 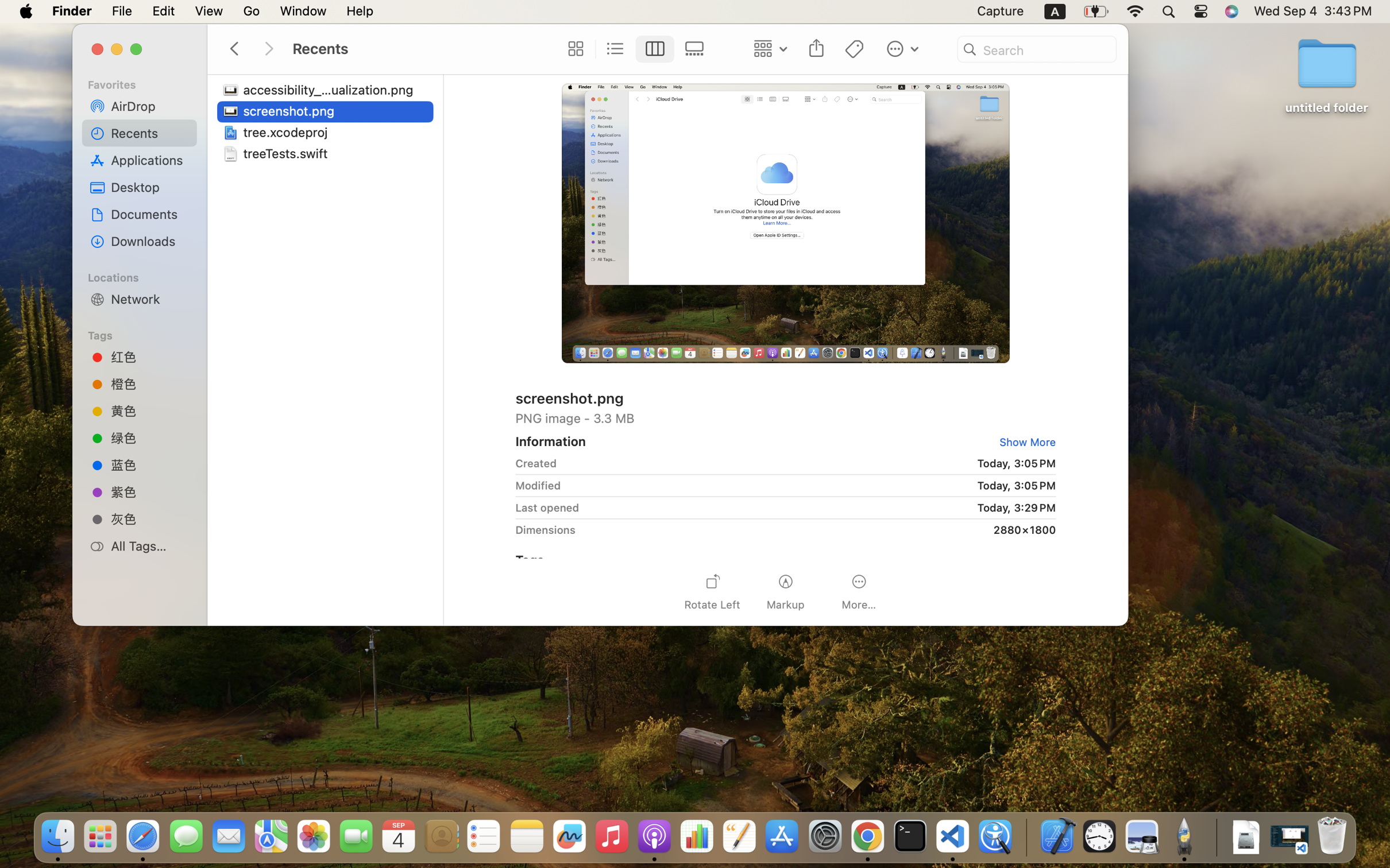 I want to click on 'AirDrop', so click(x=149, y=105).